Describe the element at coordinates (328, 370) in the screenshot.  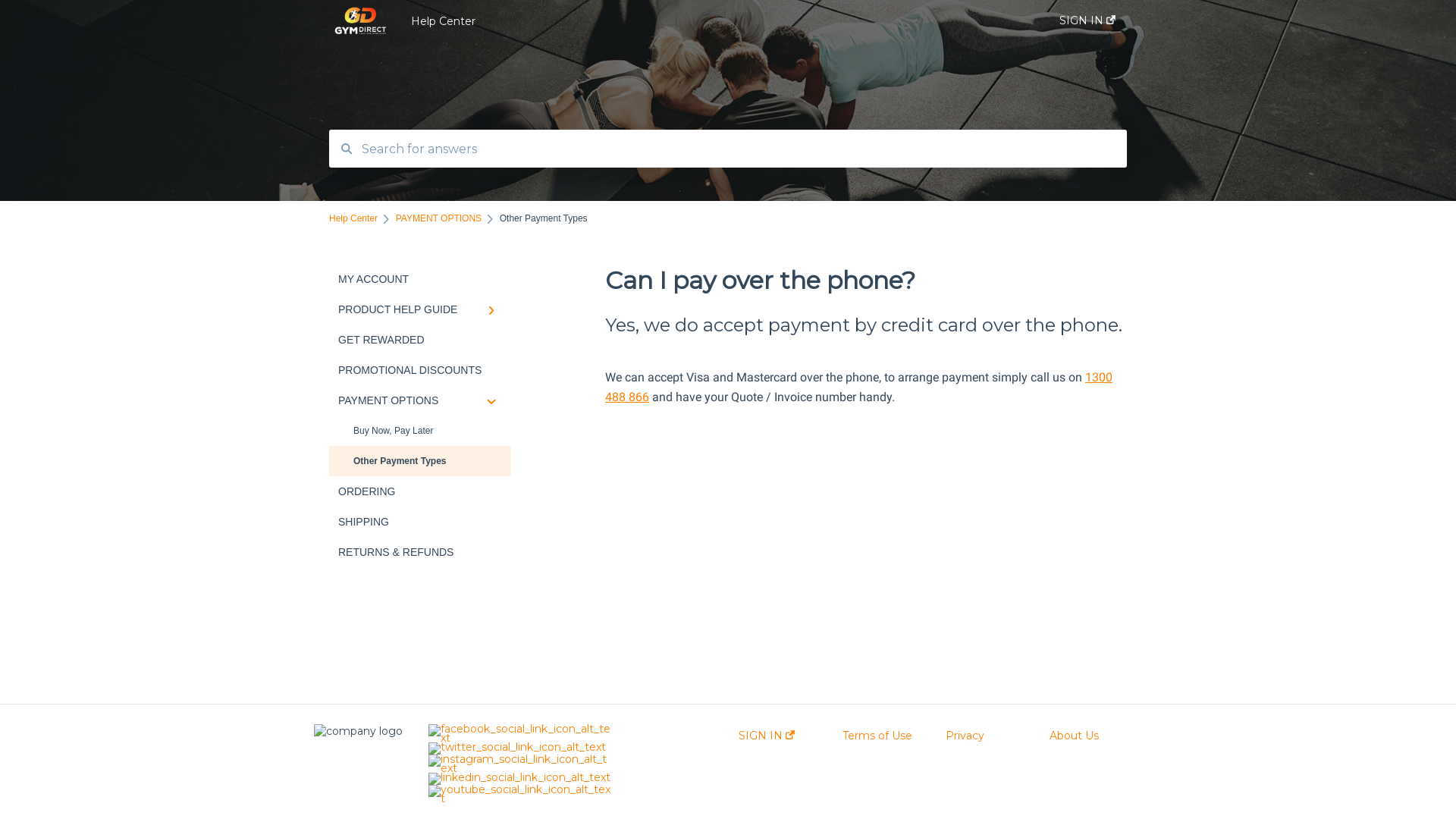
I see `'PROMOTIONAL DISCOUNTS'` at that location.